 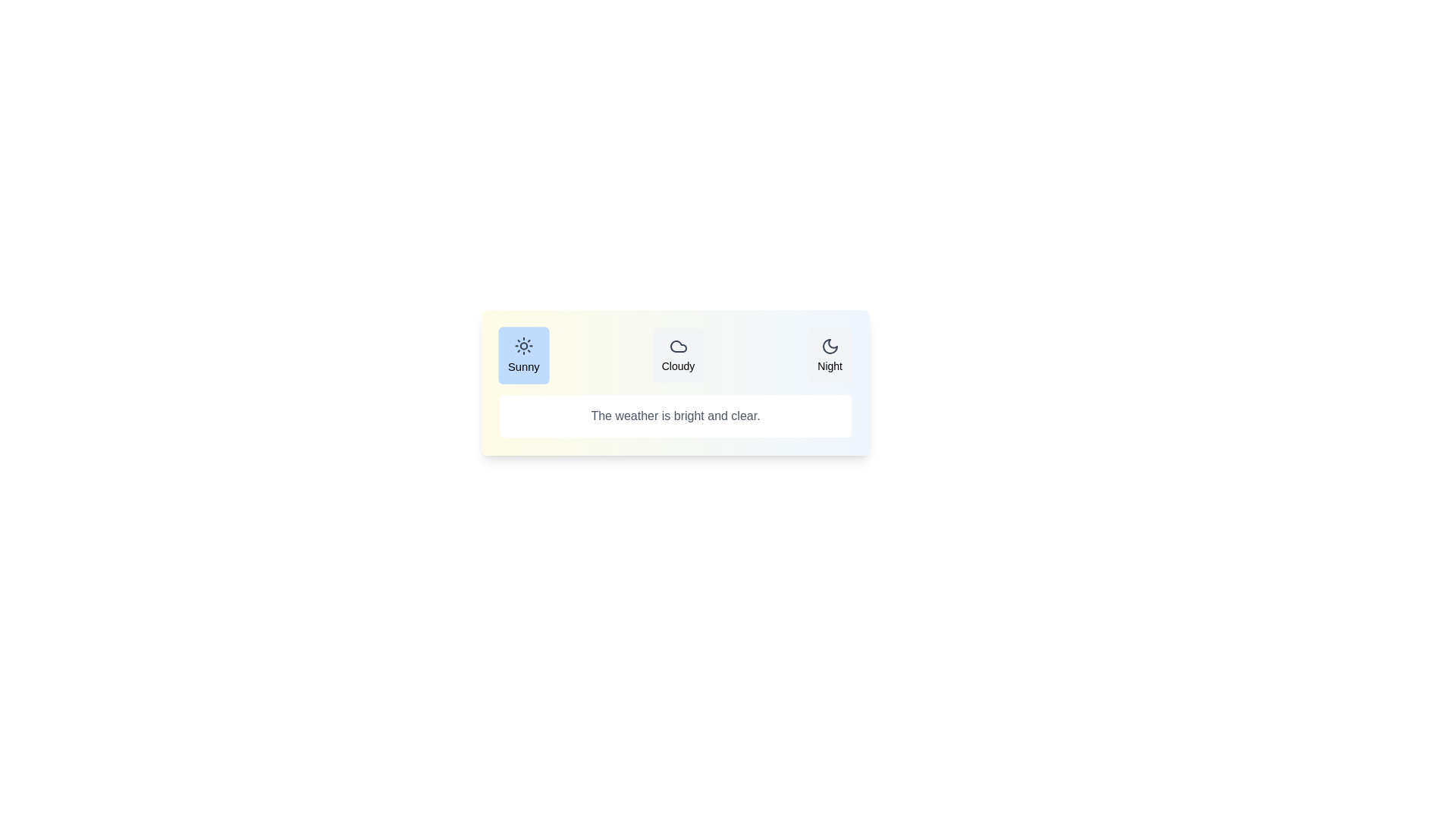 What do you see at coordinates (829, 356) in the screenshot?
I see `the Night tab to view its weather state` at bounding box center [829, 356].